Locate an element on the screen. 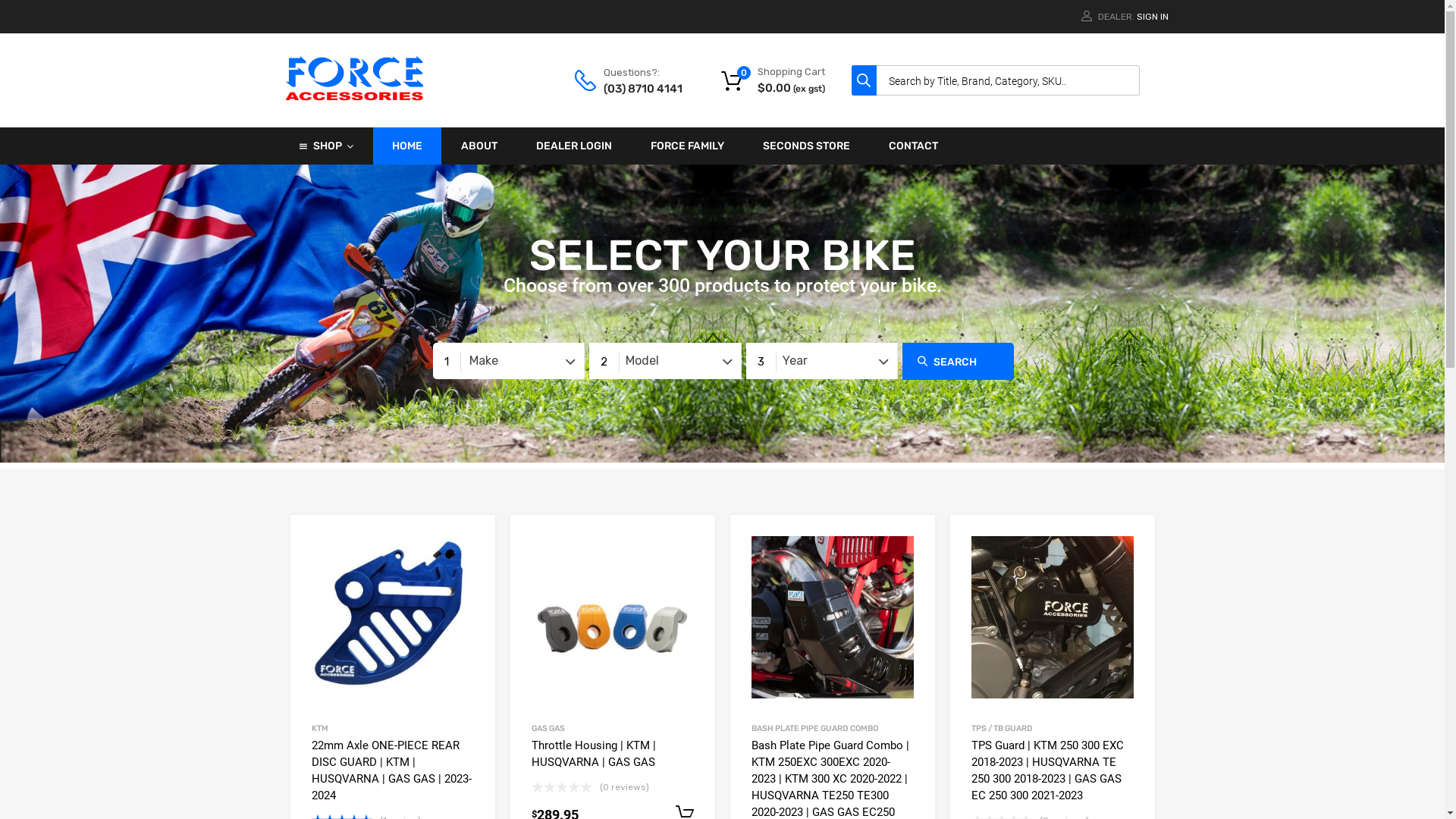 The height and width of the screenshot is (819, 1456). 'SIGN IN' is located at coordinates (1151, 17).